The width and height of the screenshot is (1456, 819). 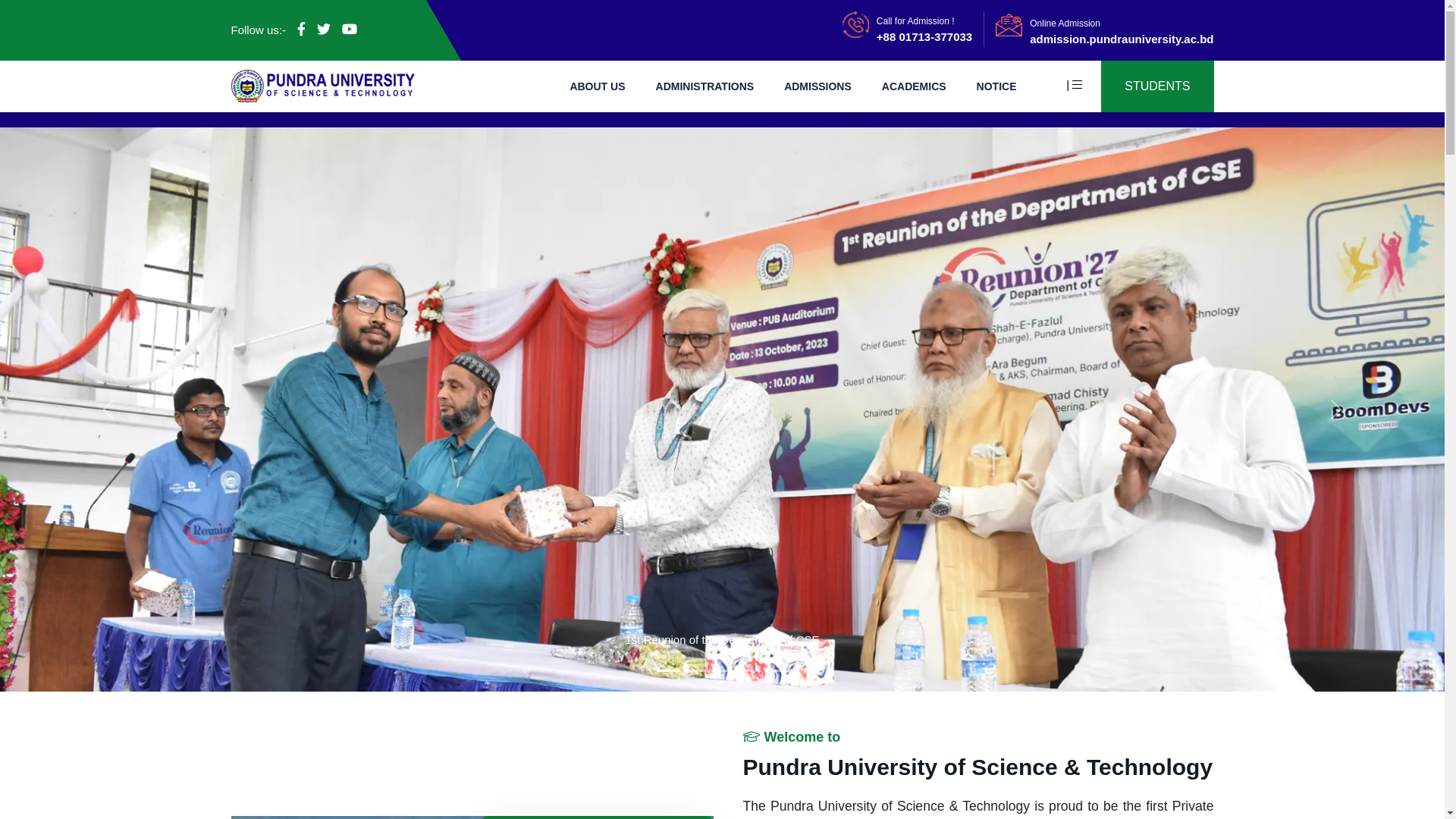 I want to click on 'STUDENTS', so click(x=1100, y=86).